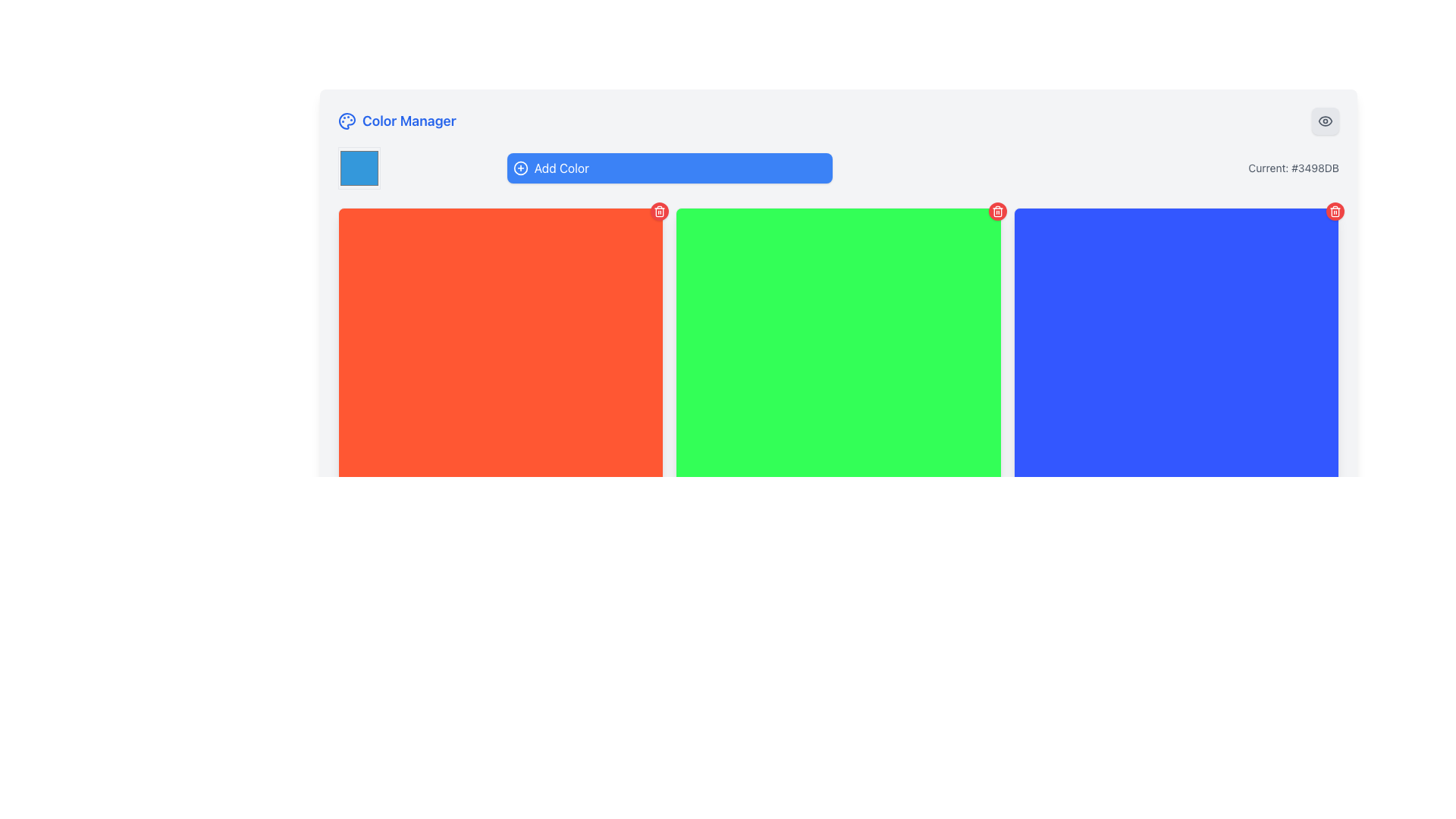  I want to click on the circular red button with a white trashcan icon located at the top-right corner of the blue card, so click(1335, 211).